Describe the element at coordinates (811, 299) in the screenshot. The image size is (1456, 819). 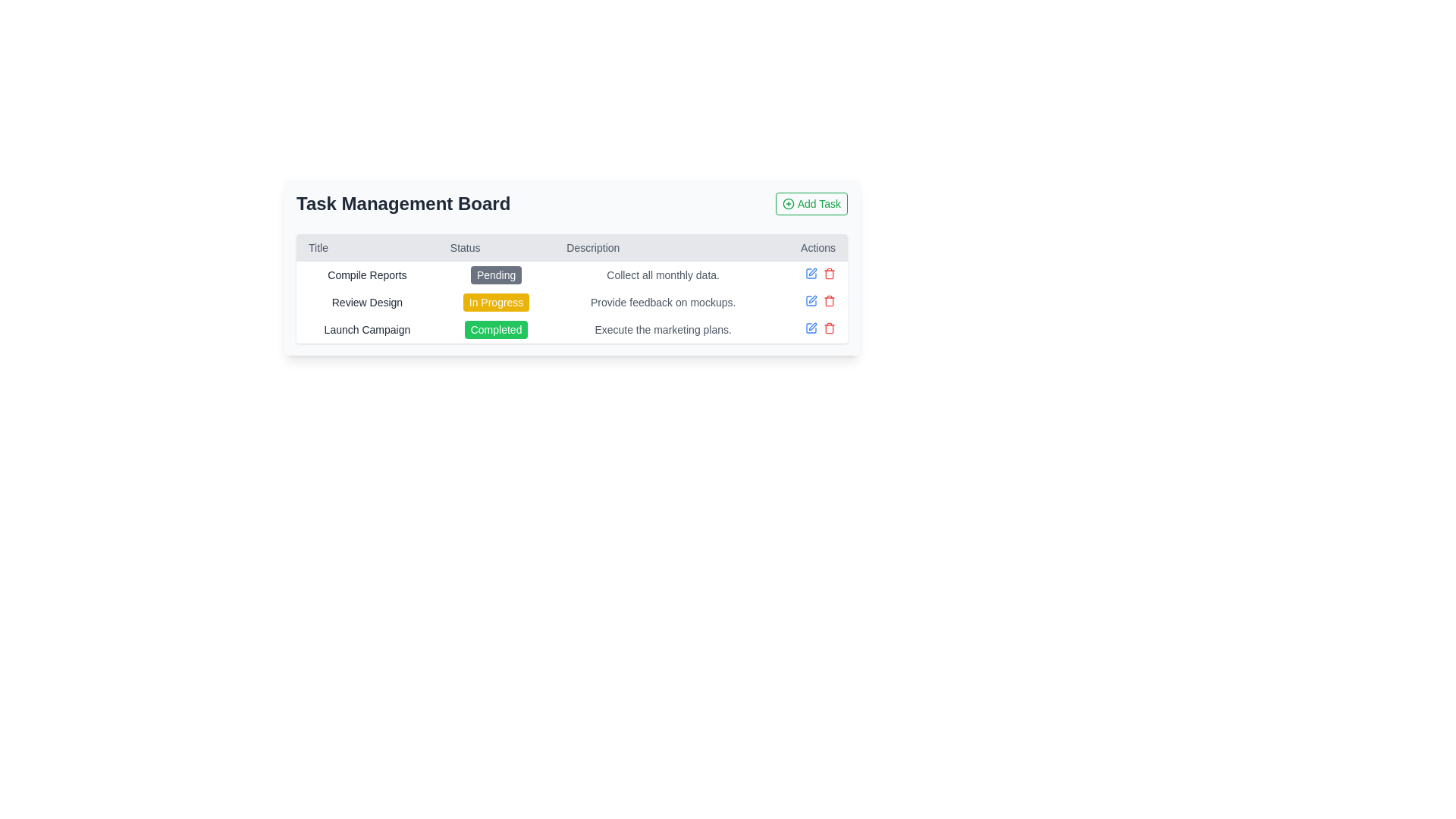
I see `the edit icon button, represented by a pen inside a square, located in the actions section of the 'Launch Campaign' task row` at that location.